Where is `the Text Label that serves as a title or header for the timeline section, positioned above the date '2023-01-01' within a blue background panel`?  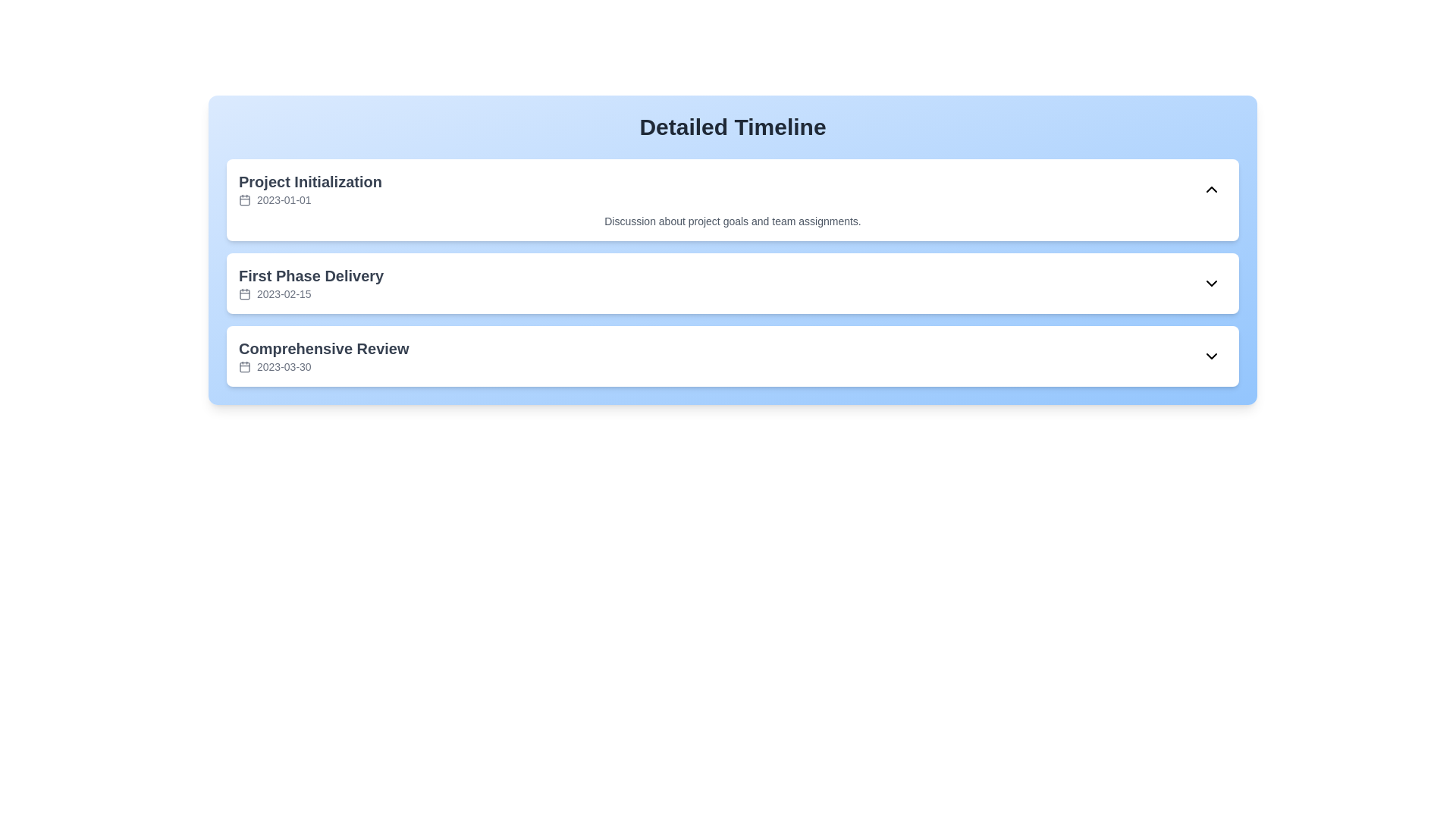
the Text Label that serves as a title or header for the timeline section, positioned above the date '2023-01-01' within a blue background panel is located at coordinates (309, 180).